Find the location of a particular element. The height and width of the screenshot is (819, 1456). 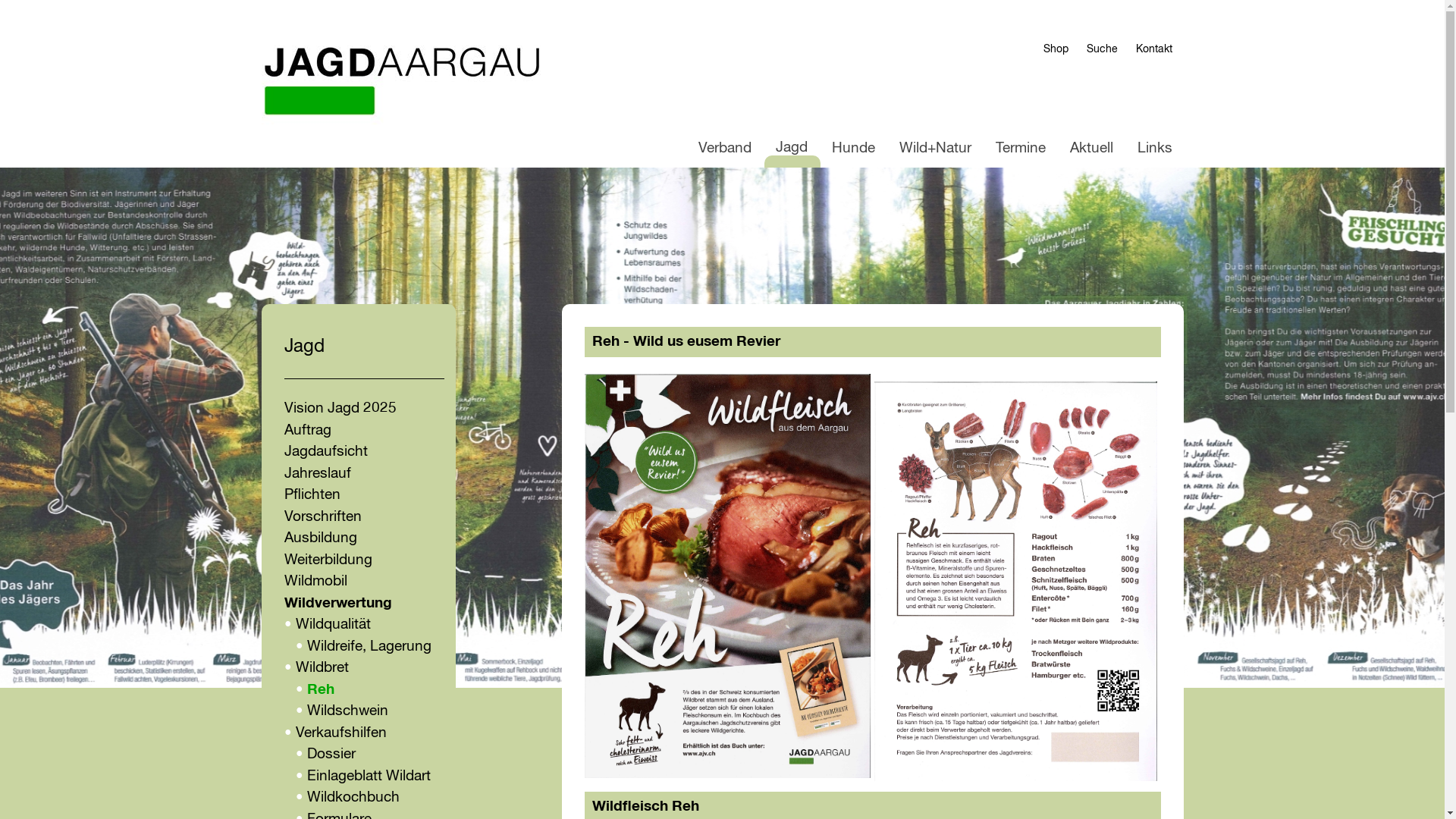

'Hunde' is located at coordinates (853, 149).